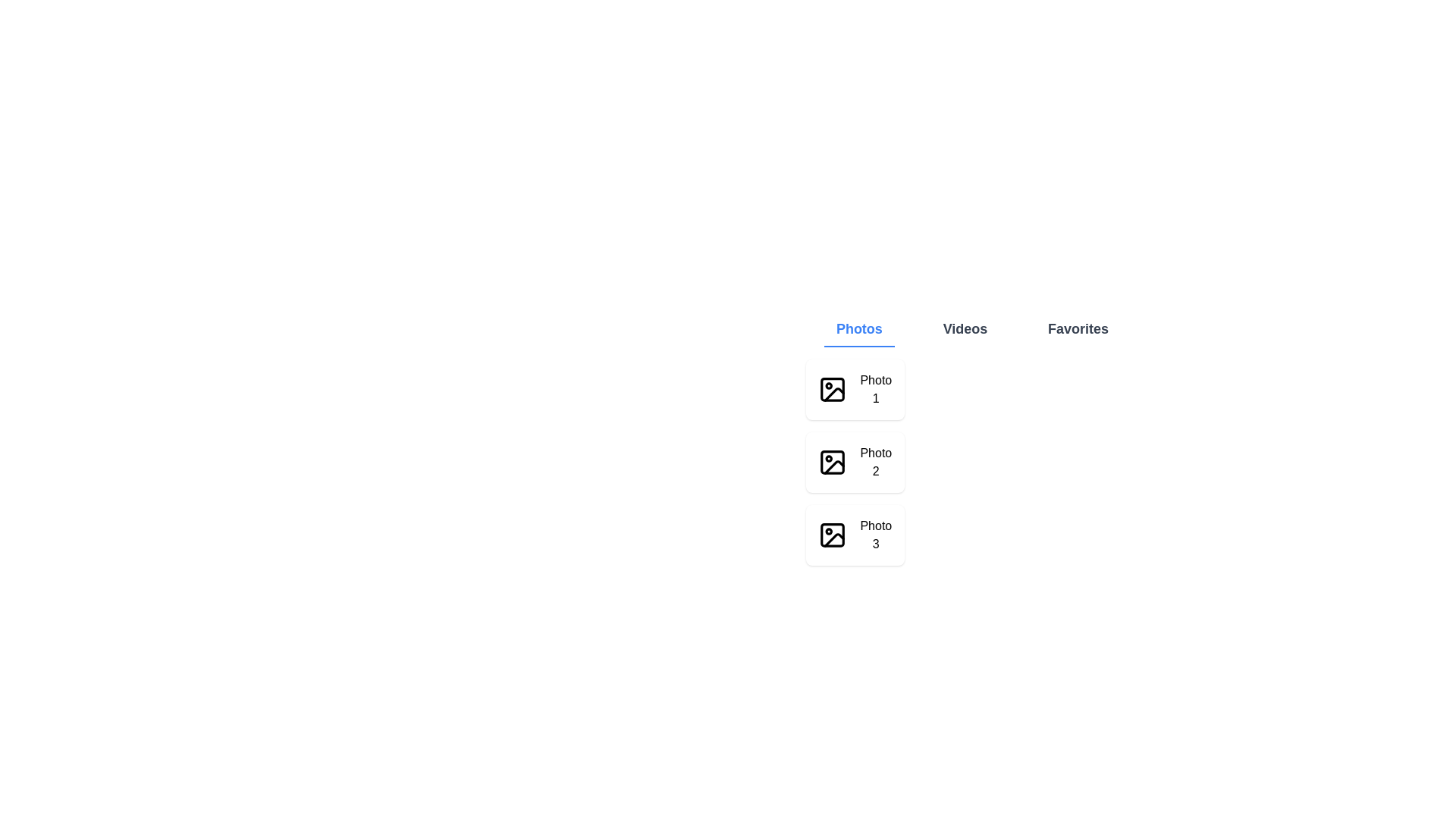 This screenshot has height=819, width=1456. I want to click on the 'Photo 3' text label in the gallery list, so click(876, 534).